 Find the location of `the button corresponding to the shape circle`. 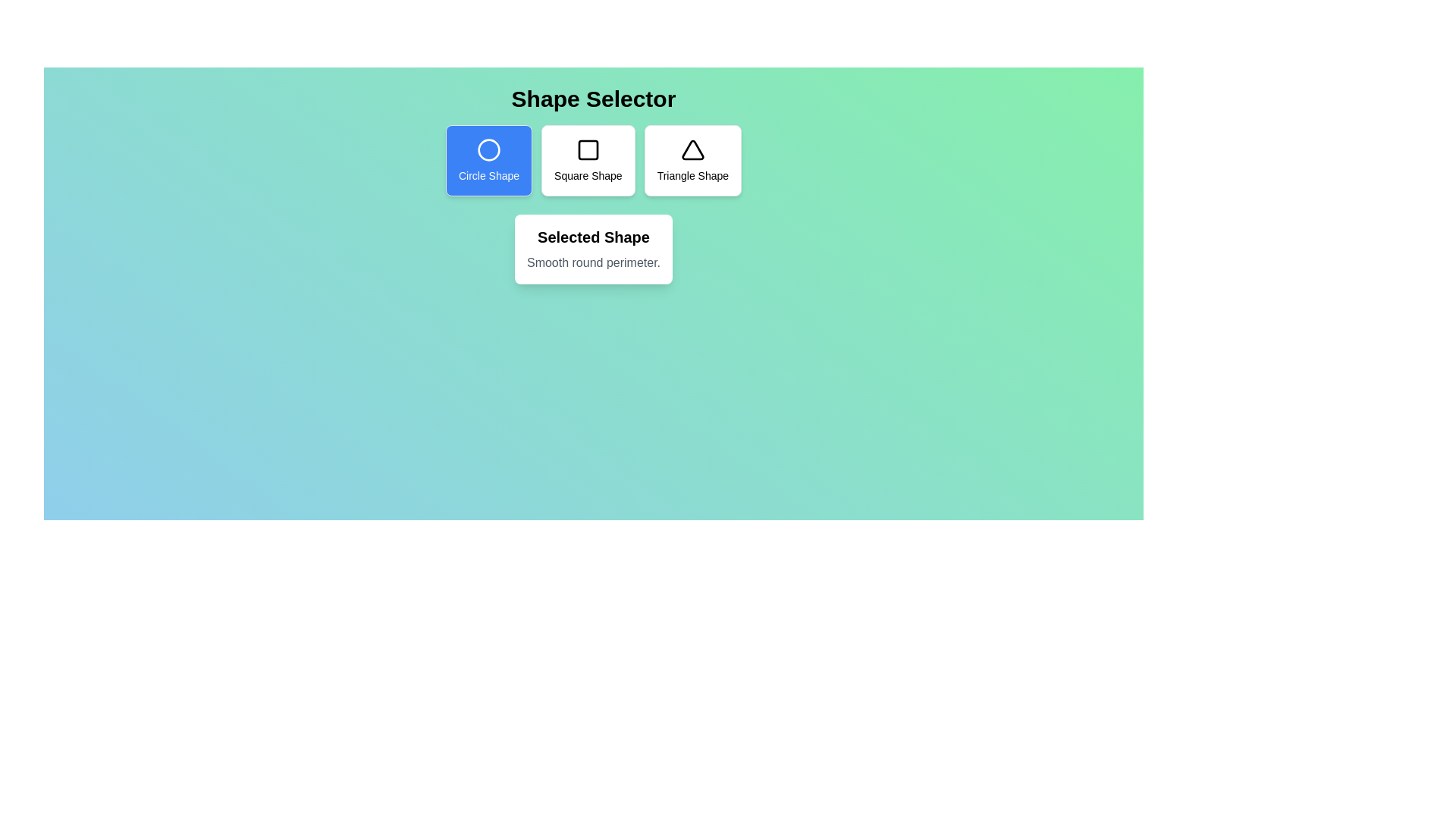

the button corresponding to the shape circle is located at coordinates (488, 161).